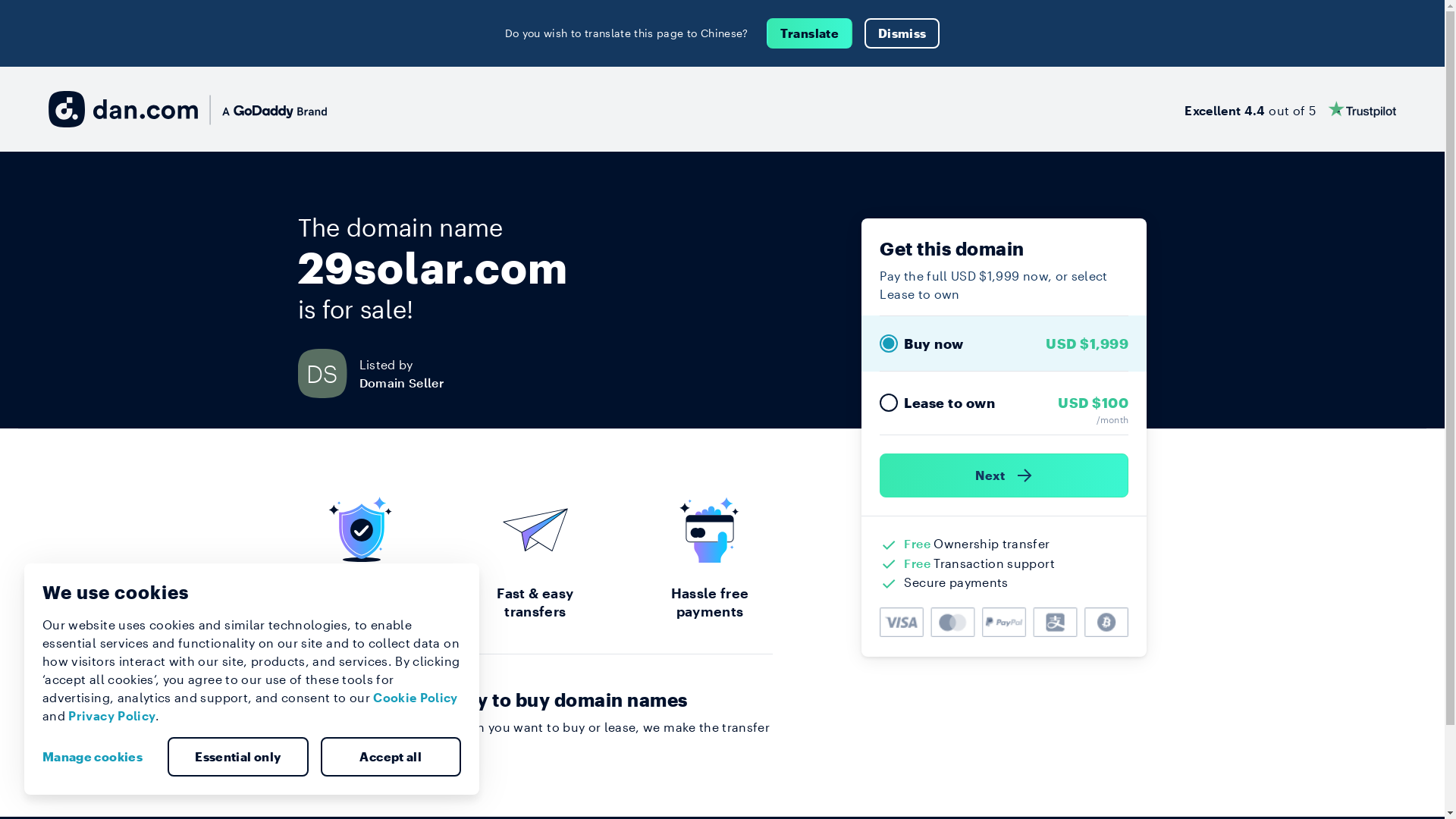 The image size is (1456, 819). I want to click on 'Next, so click(1004, 475).